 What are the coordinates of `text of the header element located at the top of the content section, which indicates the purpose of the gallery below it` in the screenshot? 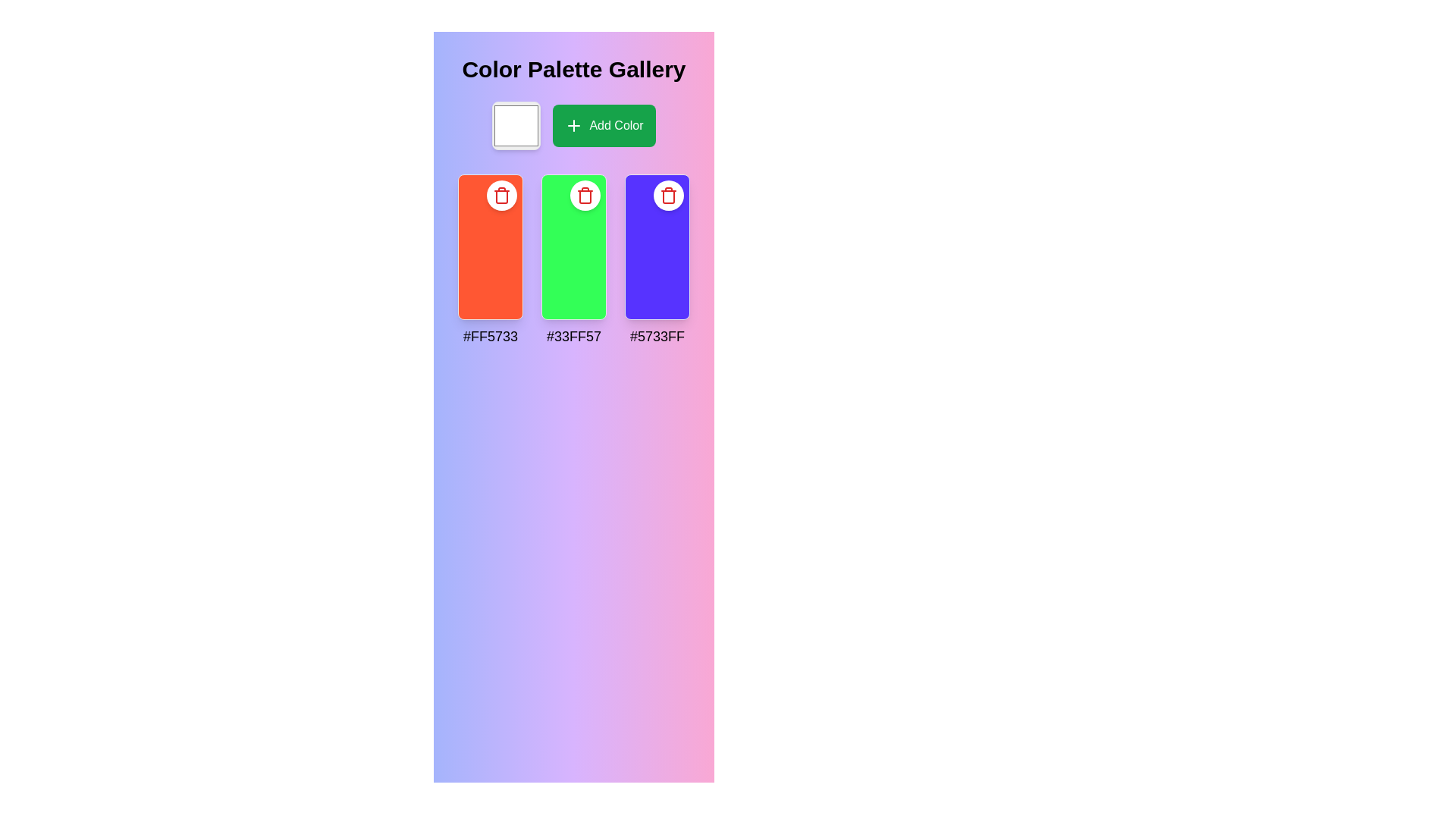 It's located at (573, 70).